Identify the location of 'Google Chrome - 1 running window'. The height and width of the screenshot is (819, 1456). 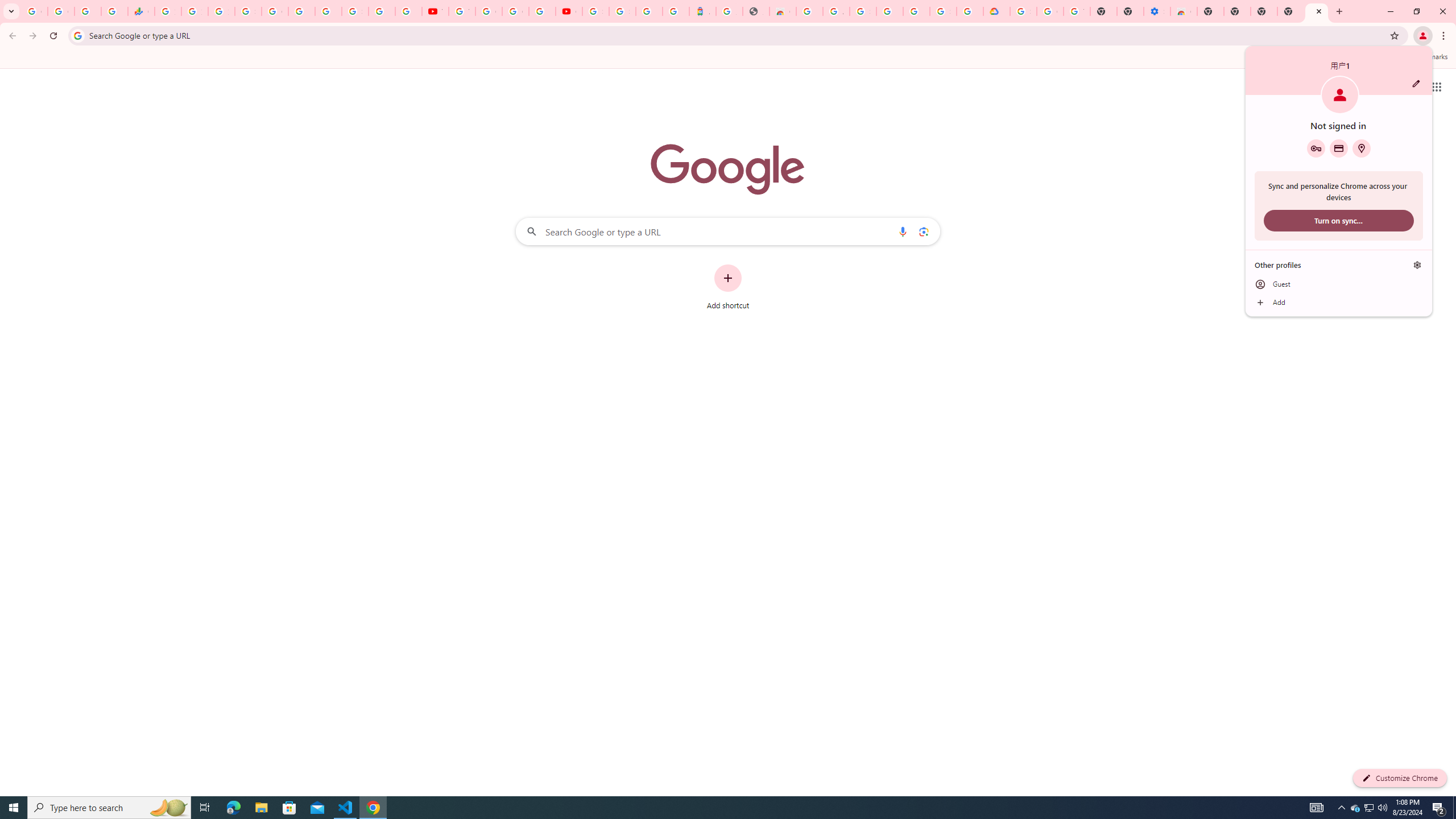
(373, 806).